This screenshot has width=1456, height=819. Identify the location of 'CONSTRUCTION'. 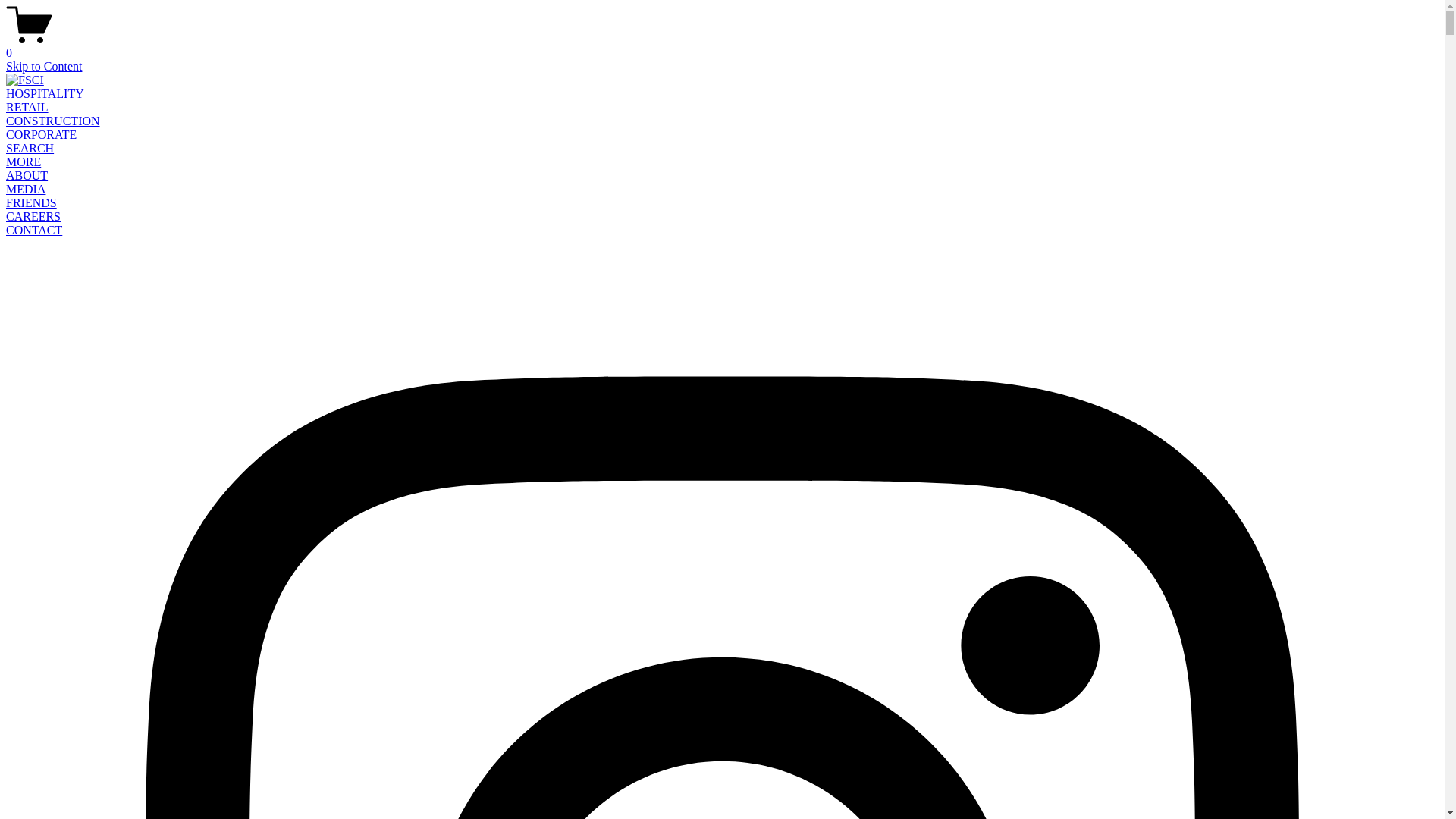
(6, 120).